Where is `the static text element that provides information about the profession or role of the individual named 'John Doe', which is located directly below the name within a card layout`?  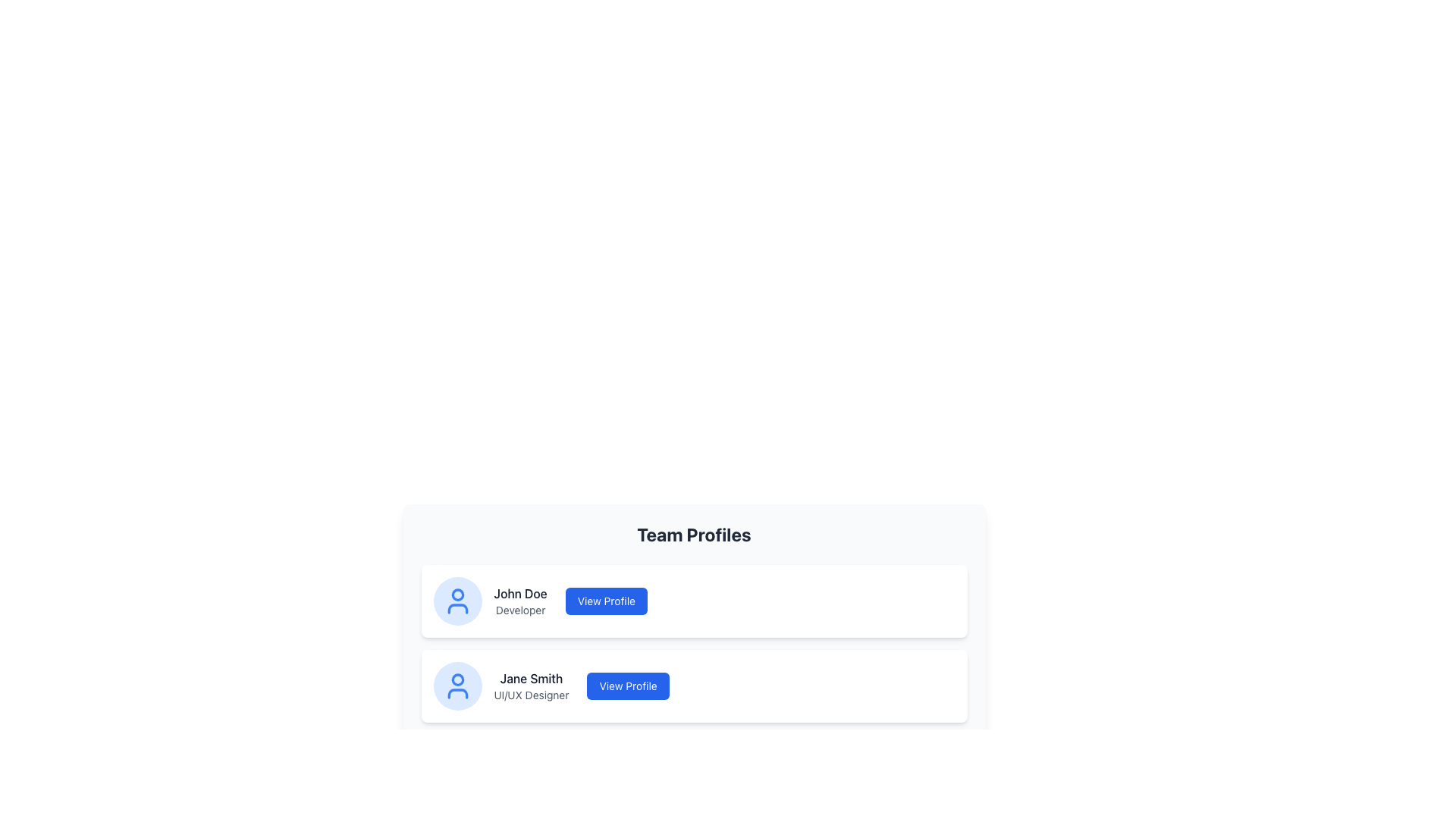
the static text element that provides information about the profession or role of the individual named 'John Doe', which is located directly below the name within a card layout is located at coordinates (520, 610).